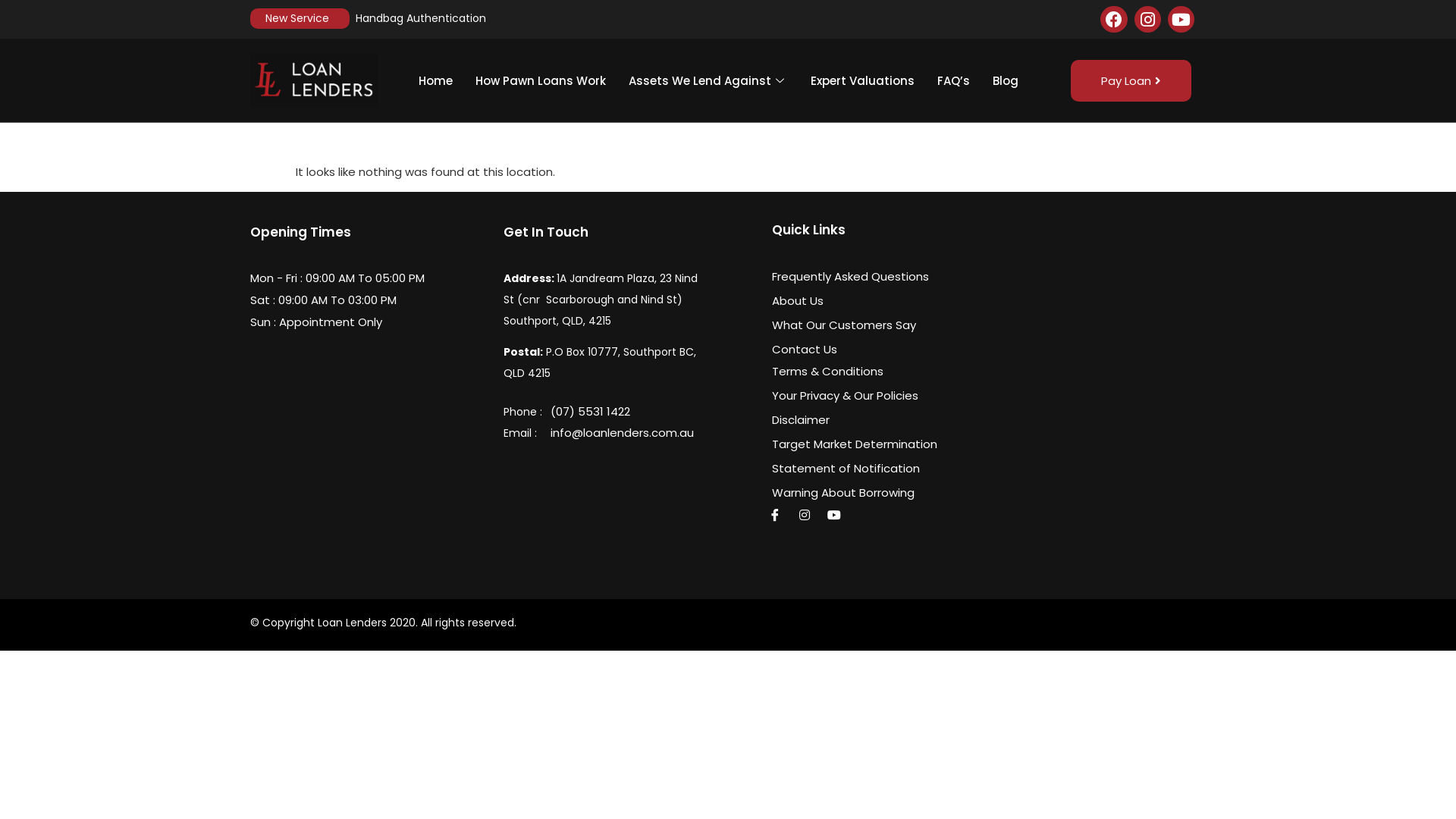 Image resolution: width=1456 pixels, height=819 pixels. I want to click on 'Pay Loan', so click(1131, 80).